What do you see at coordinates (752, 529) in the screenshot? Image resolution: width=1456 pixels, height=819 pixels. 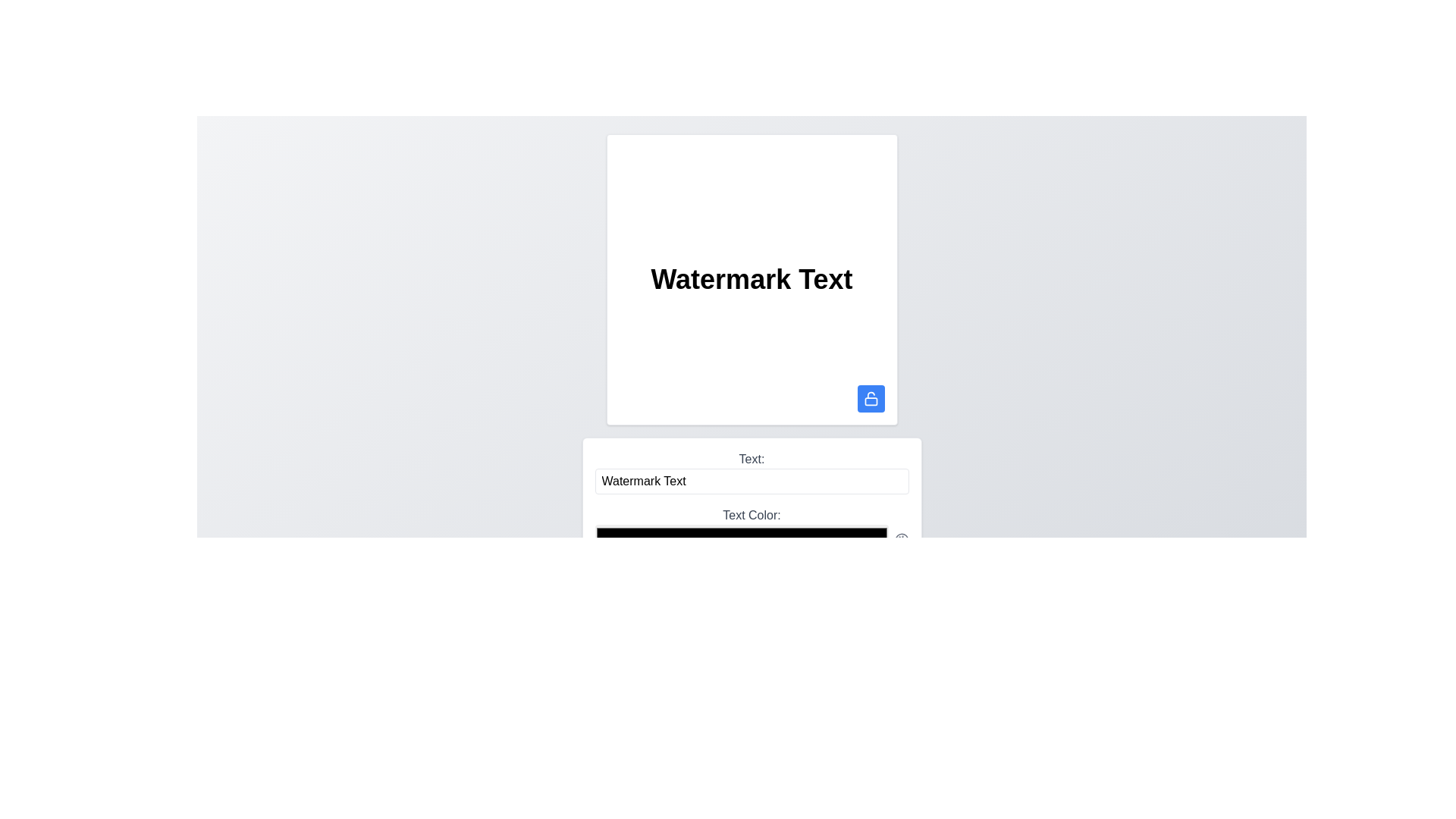 I see `the associated color value from the Label with the color picker input located in the 'Text:' box, which is centrally aligned below 'Watermark Text' and above 'Rotation:'` at bounding box center [752, 529].